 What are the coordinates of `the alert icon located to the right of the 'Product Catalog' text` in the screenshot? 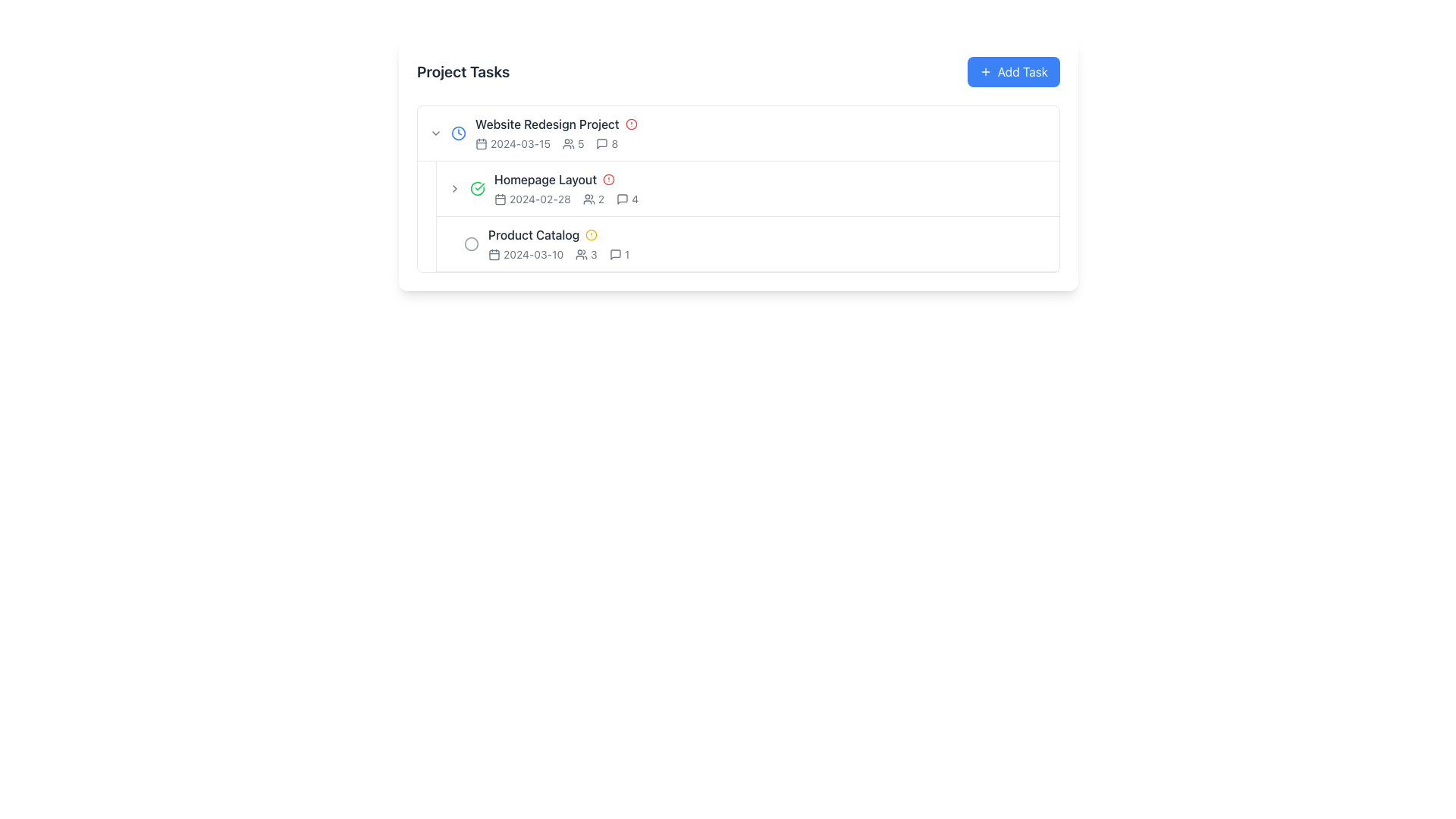 It's located at (591, 234).